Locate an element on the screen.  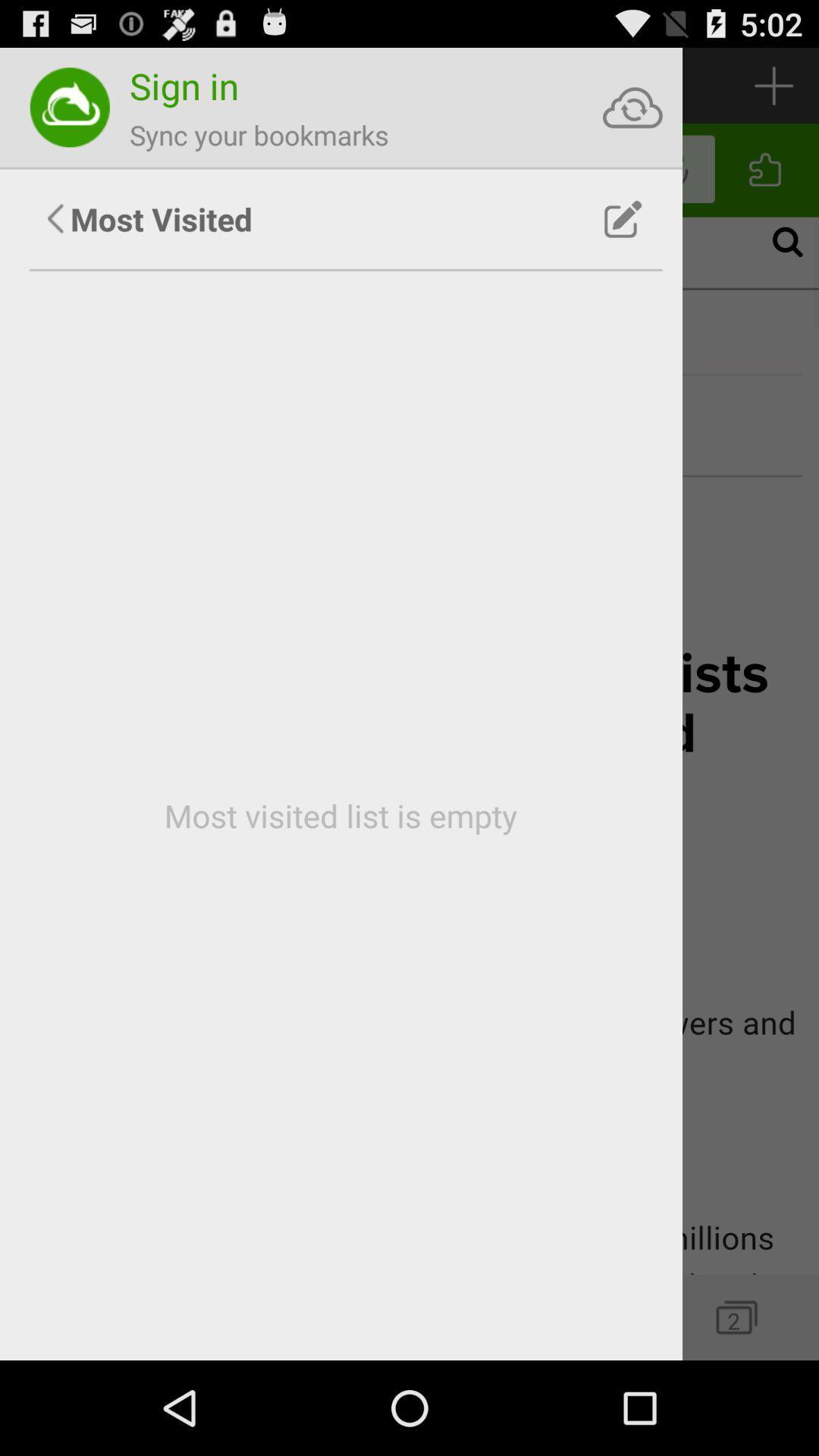
the icon which is in the bottom right of the page is located at coordinates (736, 1316).